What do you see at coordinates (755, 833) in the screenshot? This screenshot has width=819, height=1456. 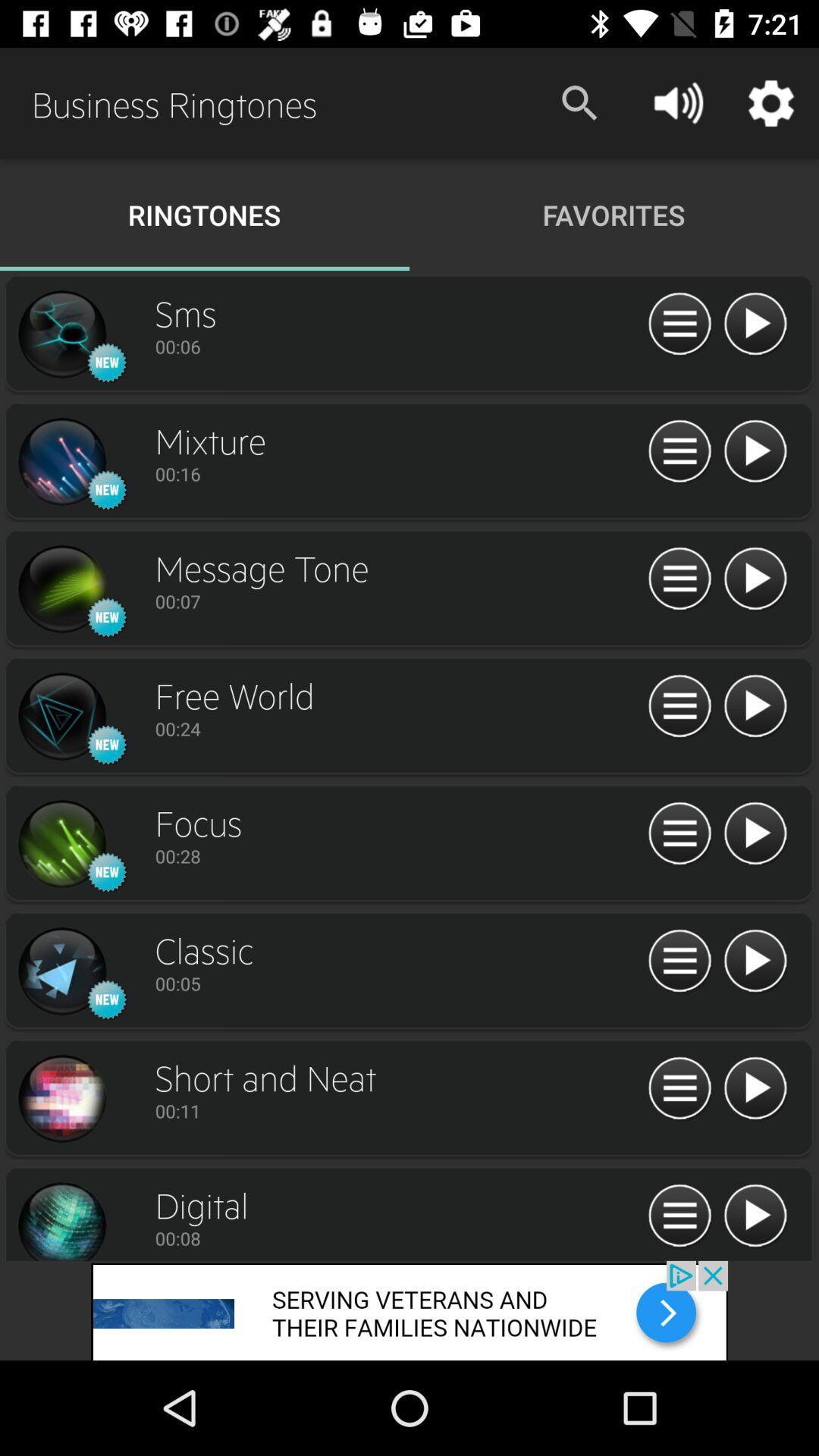 I see `click arrow` at bounding box center [755, 833].